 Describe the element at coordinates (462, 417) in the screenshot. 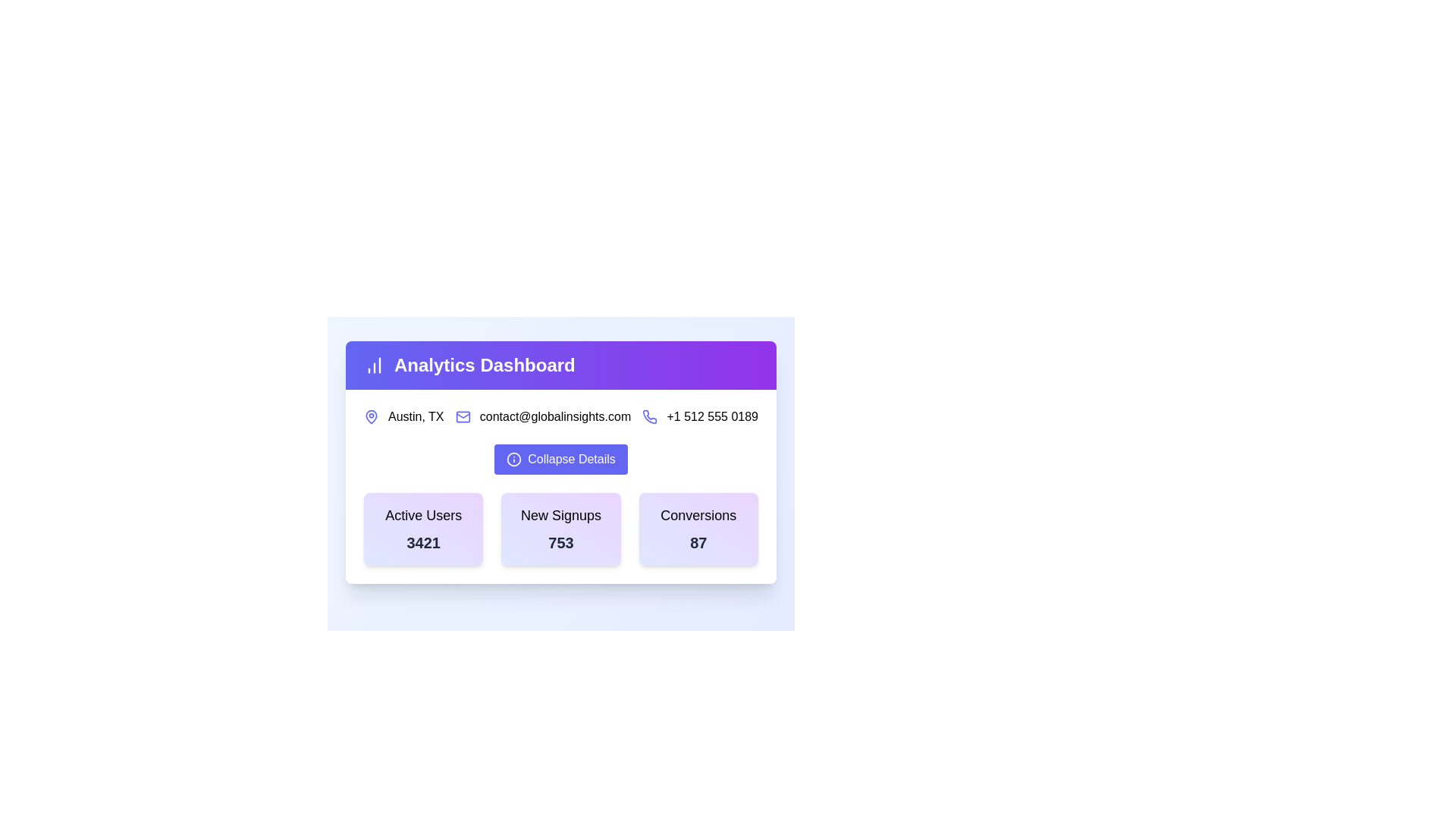

I see `the mail icon, which is an indigo envelope shape located immediately to the left of the contact information 'contact@globalinsights.com'` at that location.